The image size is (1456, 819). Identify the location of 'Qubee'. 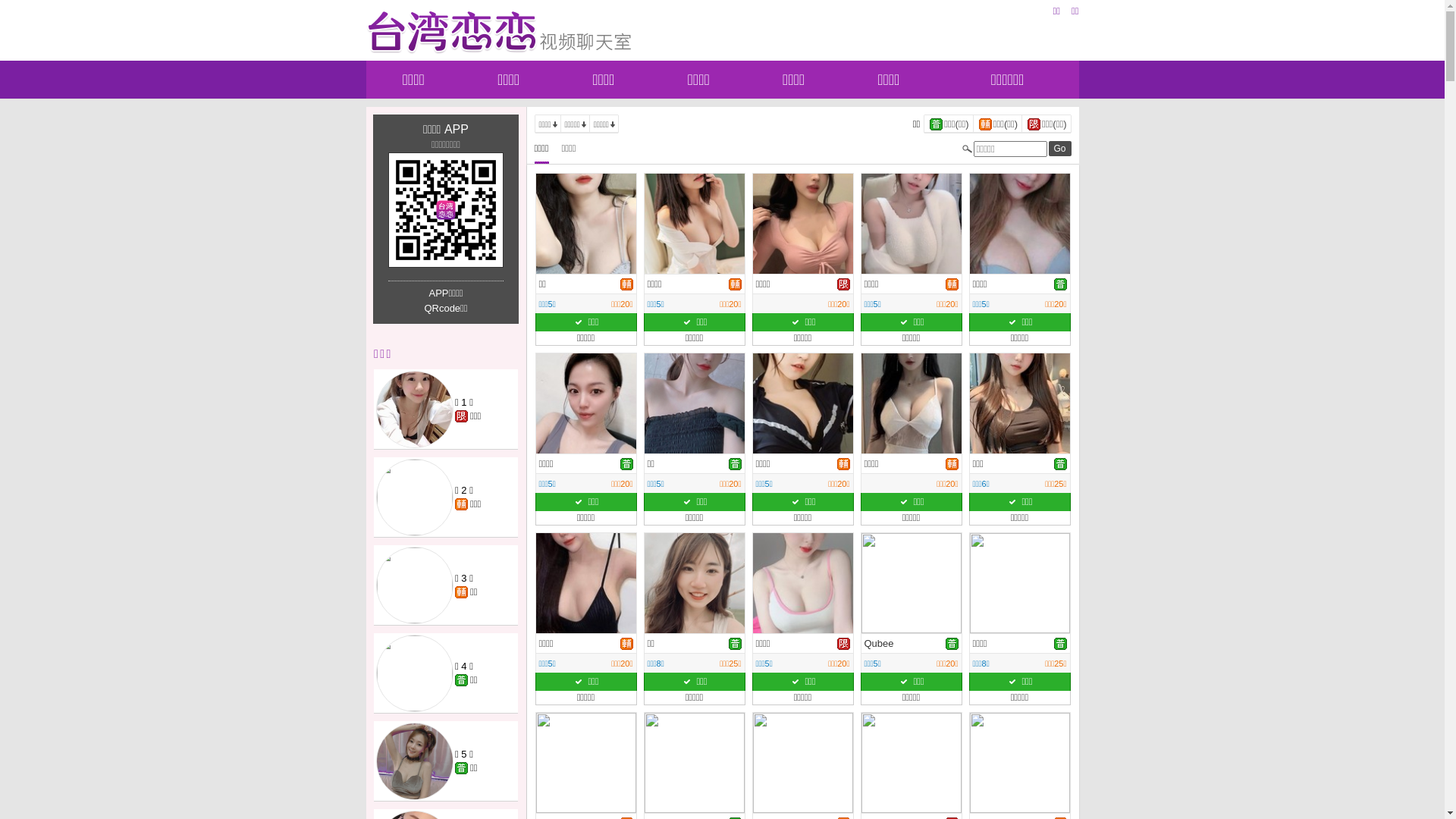
(879, 643).